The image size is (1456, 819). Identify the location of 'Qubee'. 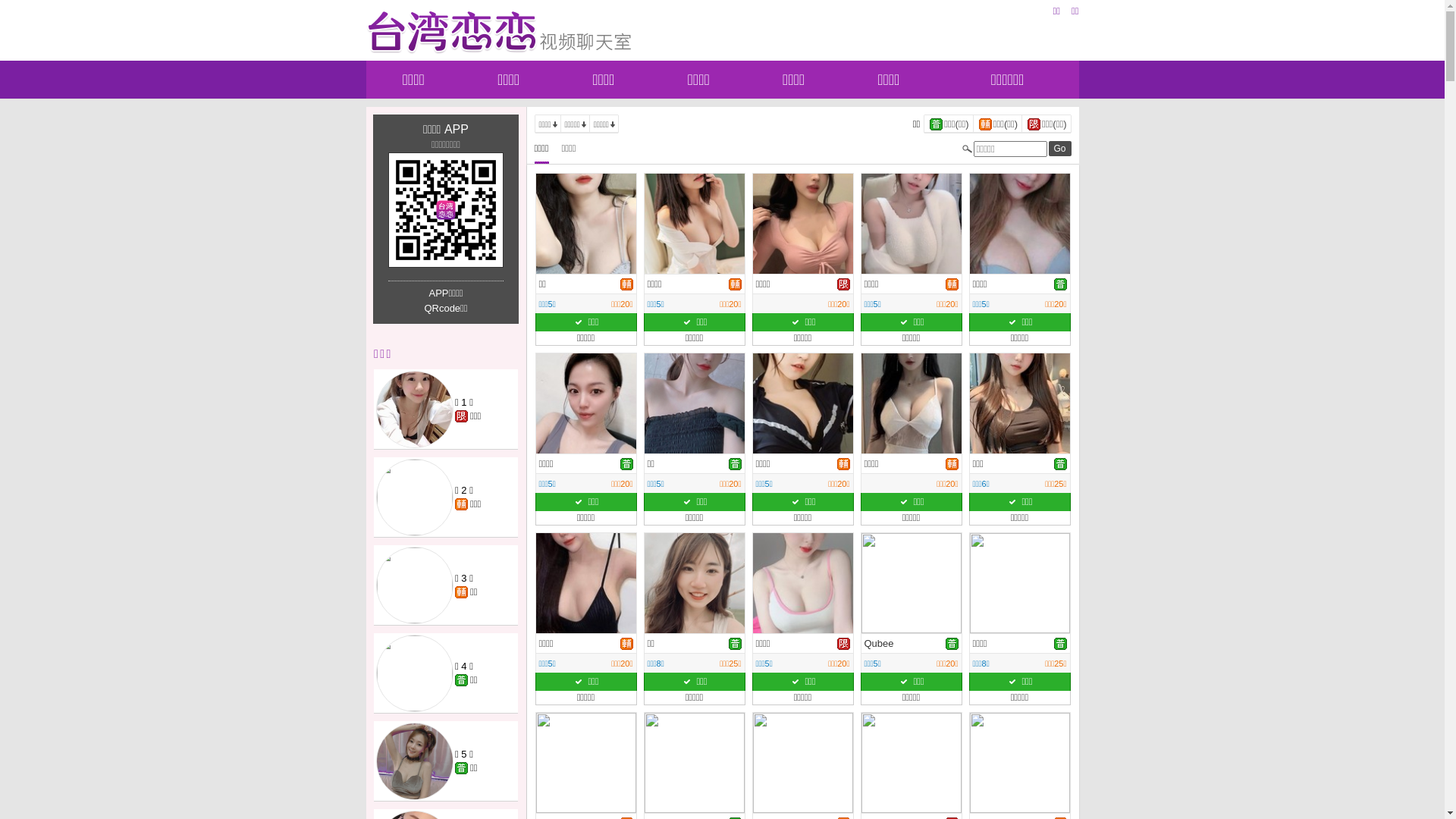
(879, 643).